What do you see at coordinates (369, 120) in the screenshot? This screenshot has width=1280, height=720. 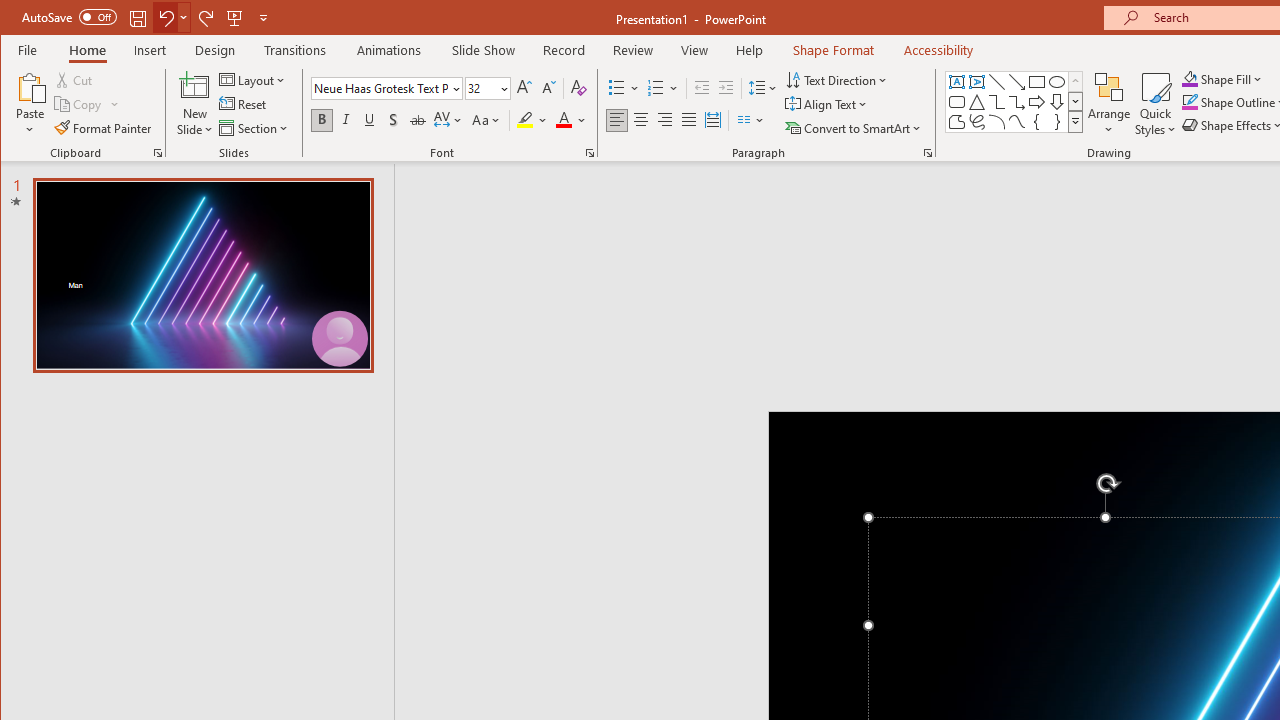 I see `'Underline'` at bounding box center [369, 120].